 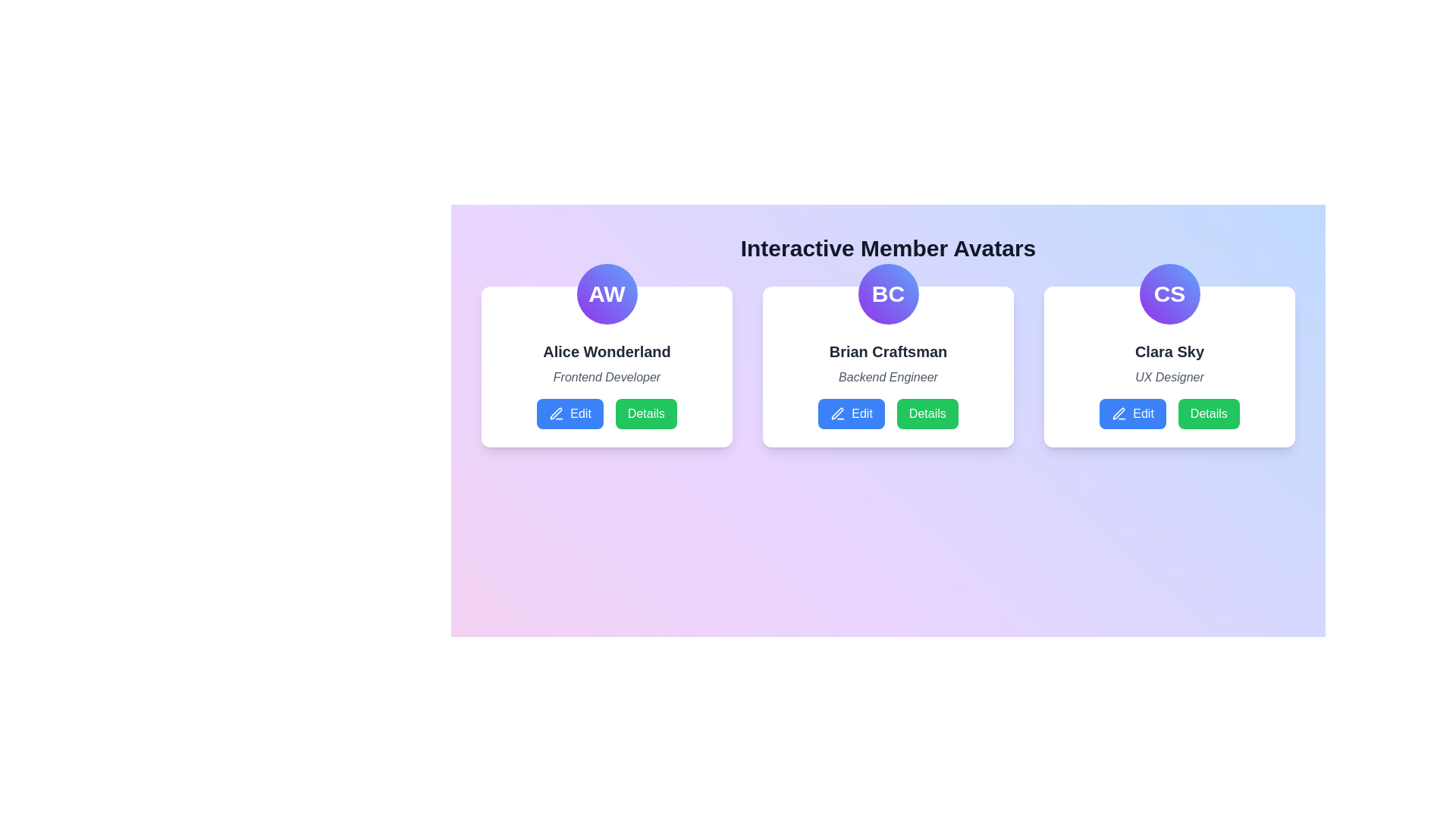 I want to click on the circular avatar badge with a gradient background transitioning from purple to blue, containing the text 'BC' in white, located at the top-center of Brian Craftsman's card, so click(x=888, y=294).